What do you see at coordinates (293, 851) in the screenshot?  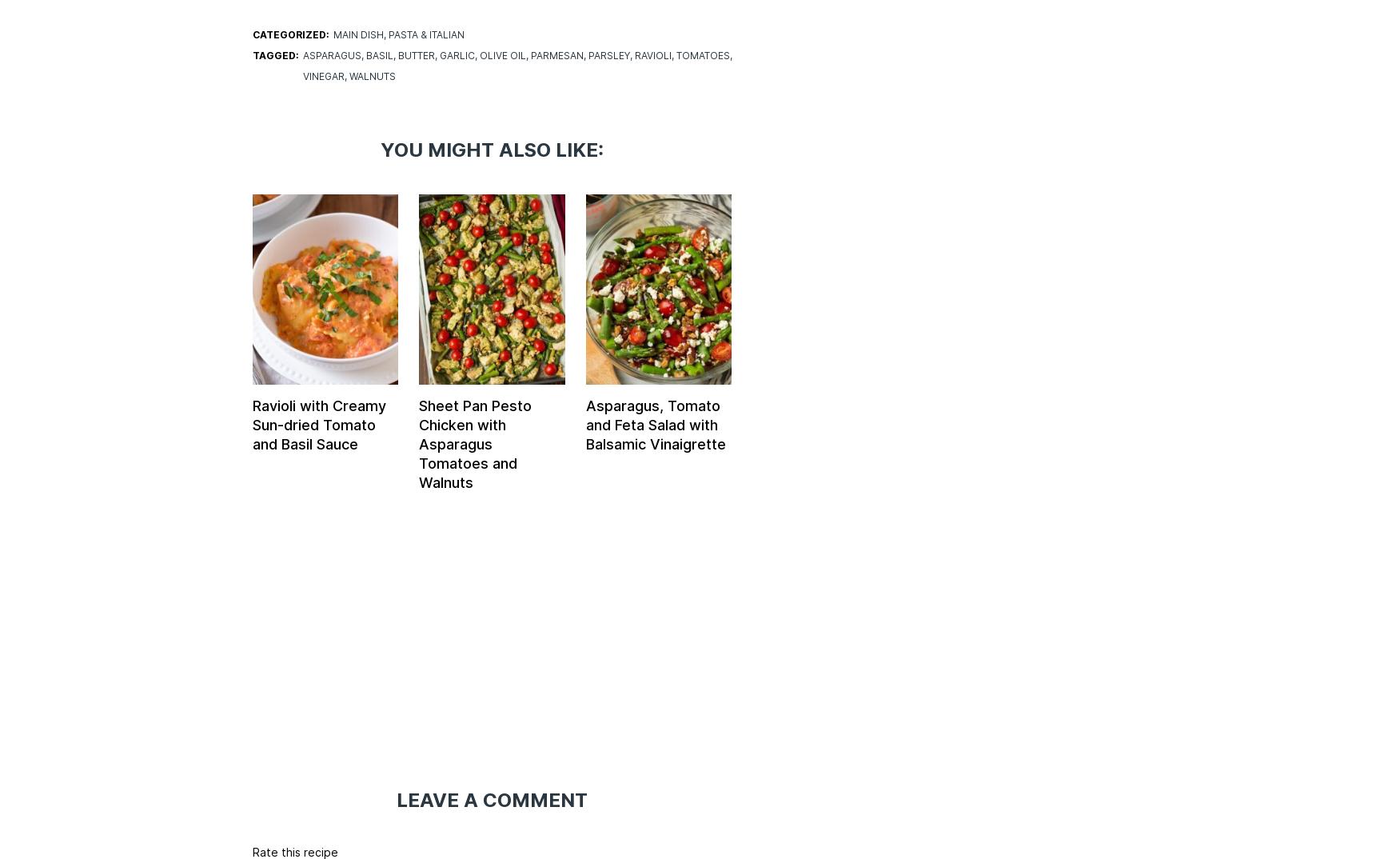 I see `'Rate this recipe'` at bounding box center [293, 851].